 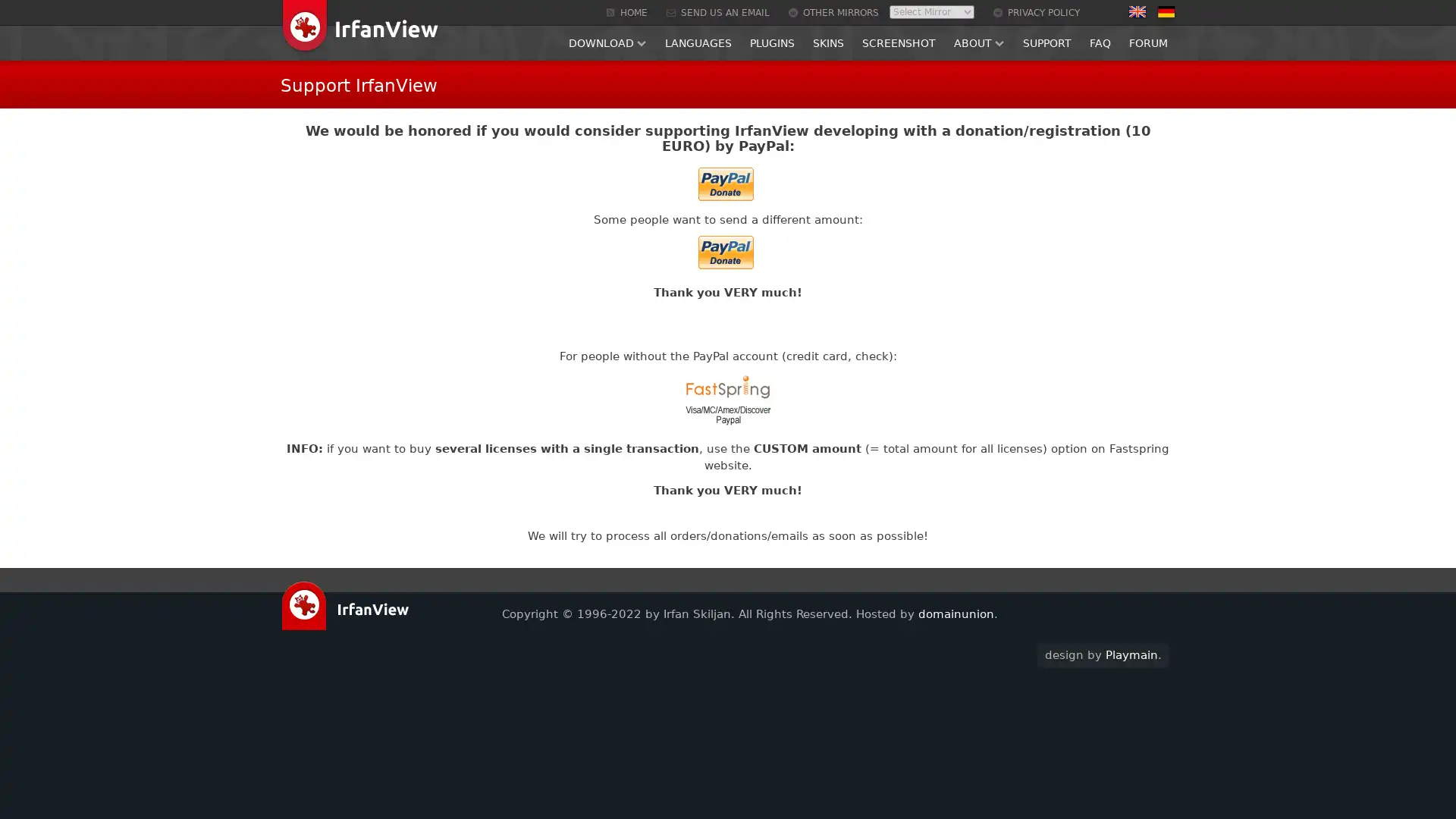 I want to click on Make payments with PayPal - it's fast, free and secure!, so click(x=724, y=251).